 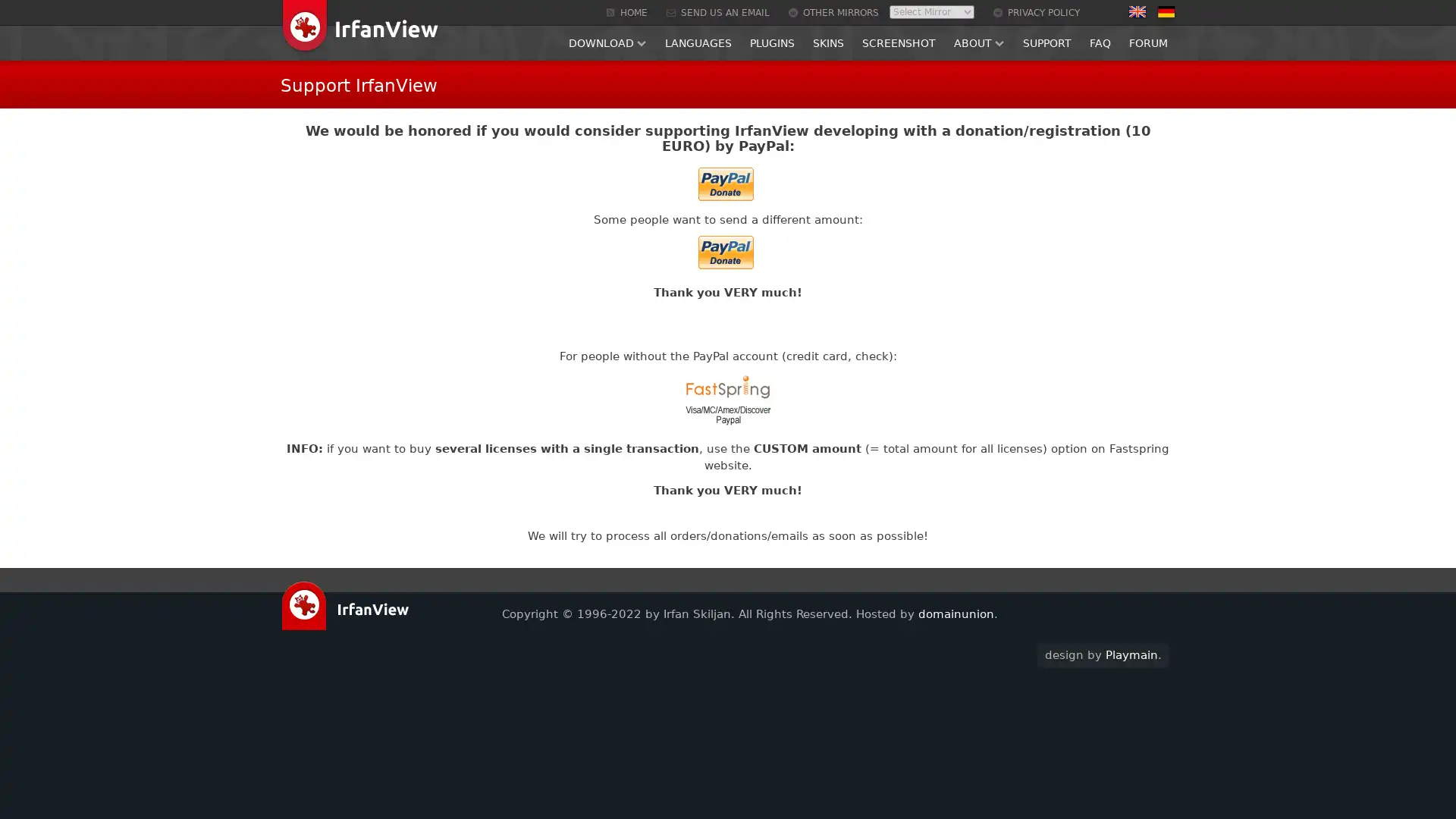 I want to click on Make payments with PayPal - it's fast, free and secure!, so click(x=724, y=251).